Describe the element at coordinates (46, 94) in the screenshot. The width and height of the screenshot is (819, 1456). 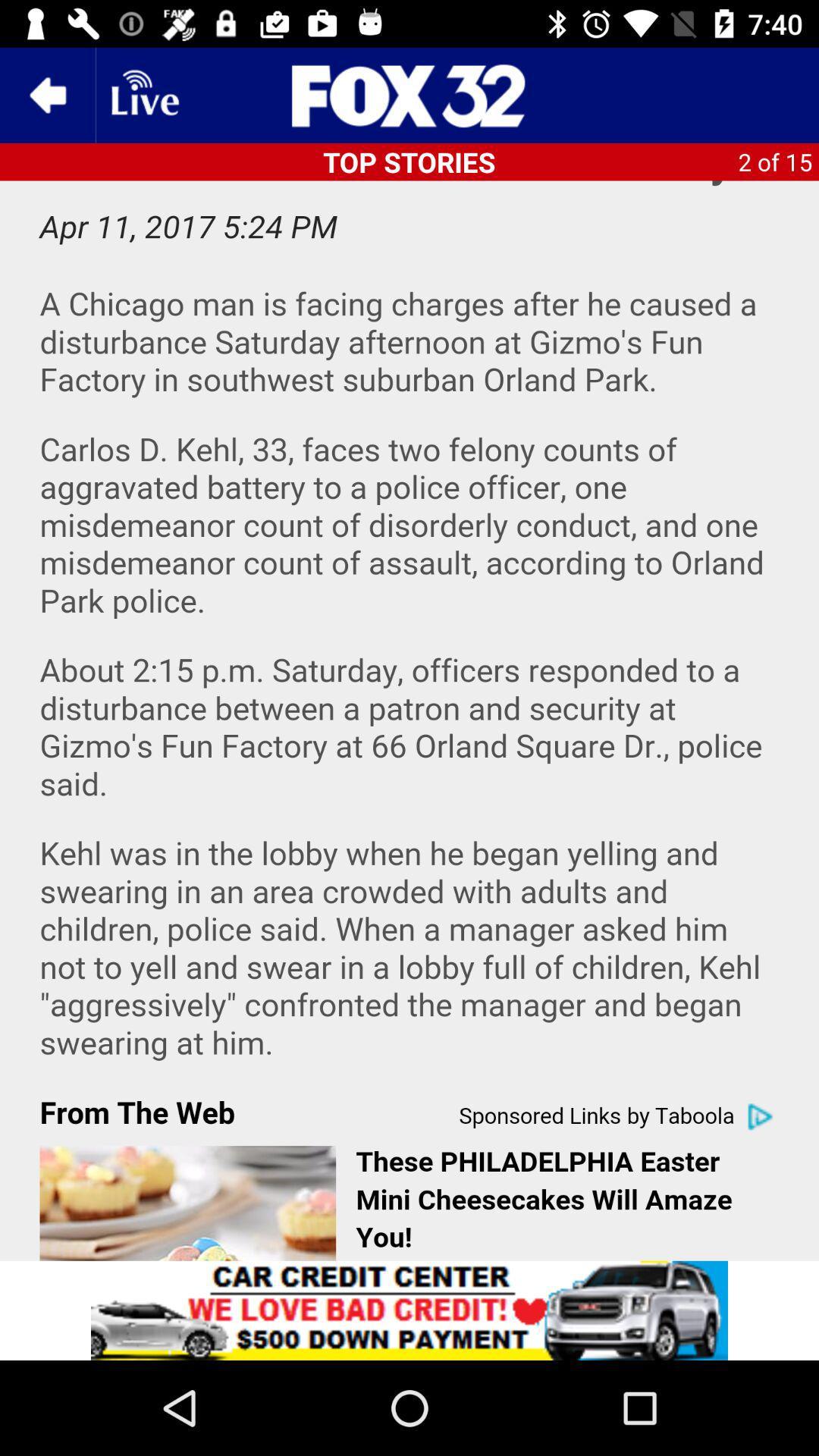
I see `the previous screen` at that location.